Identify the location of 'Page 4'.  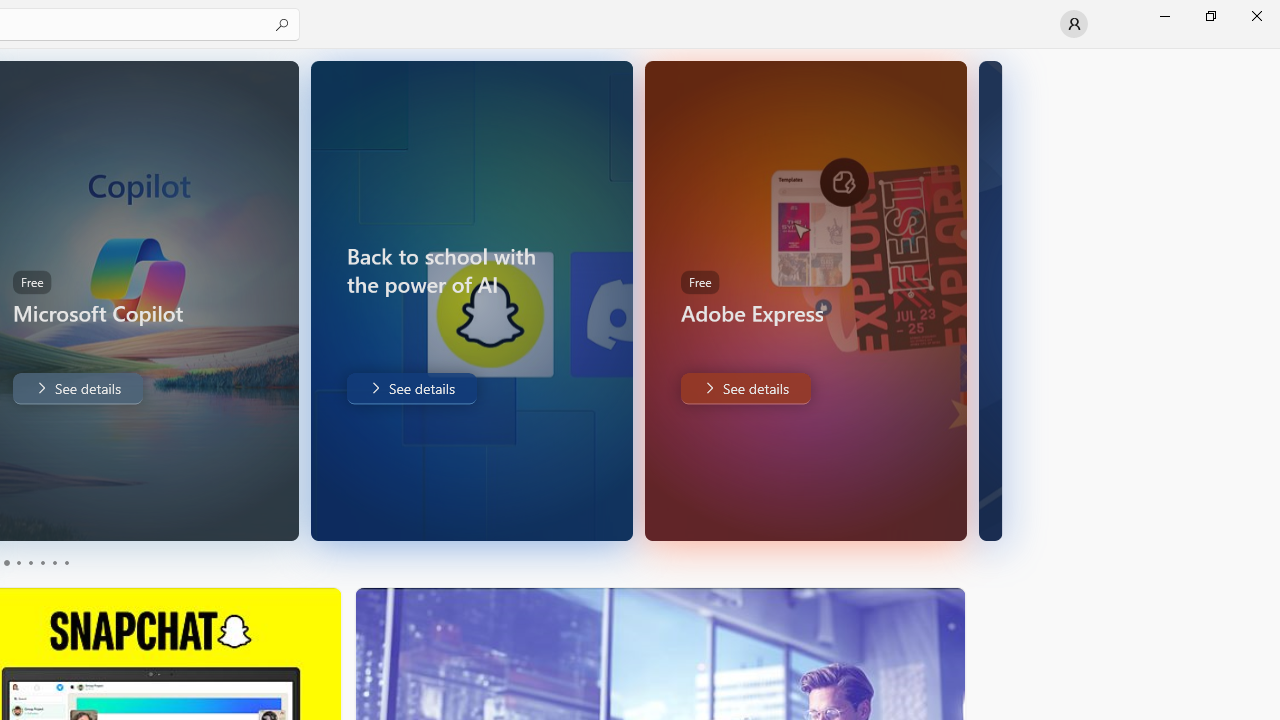
(42, 563).